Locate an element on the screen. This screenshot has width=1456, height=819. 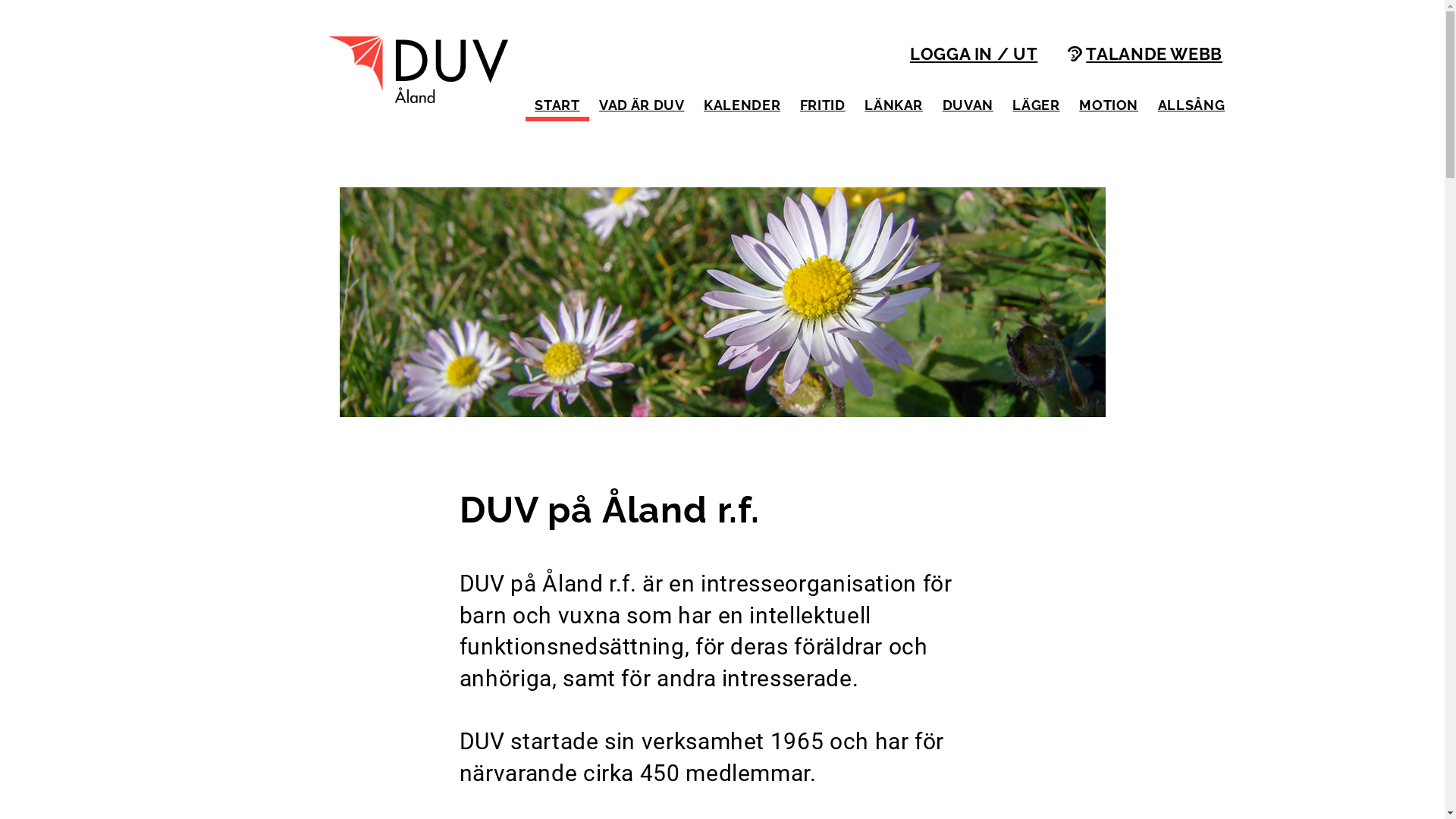
'LOGGA IN / UT' is located at coordinates (973, 55).